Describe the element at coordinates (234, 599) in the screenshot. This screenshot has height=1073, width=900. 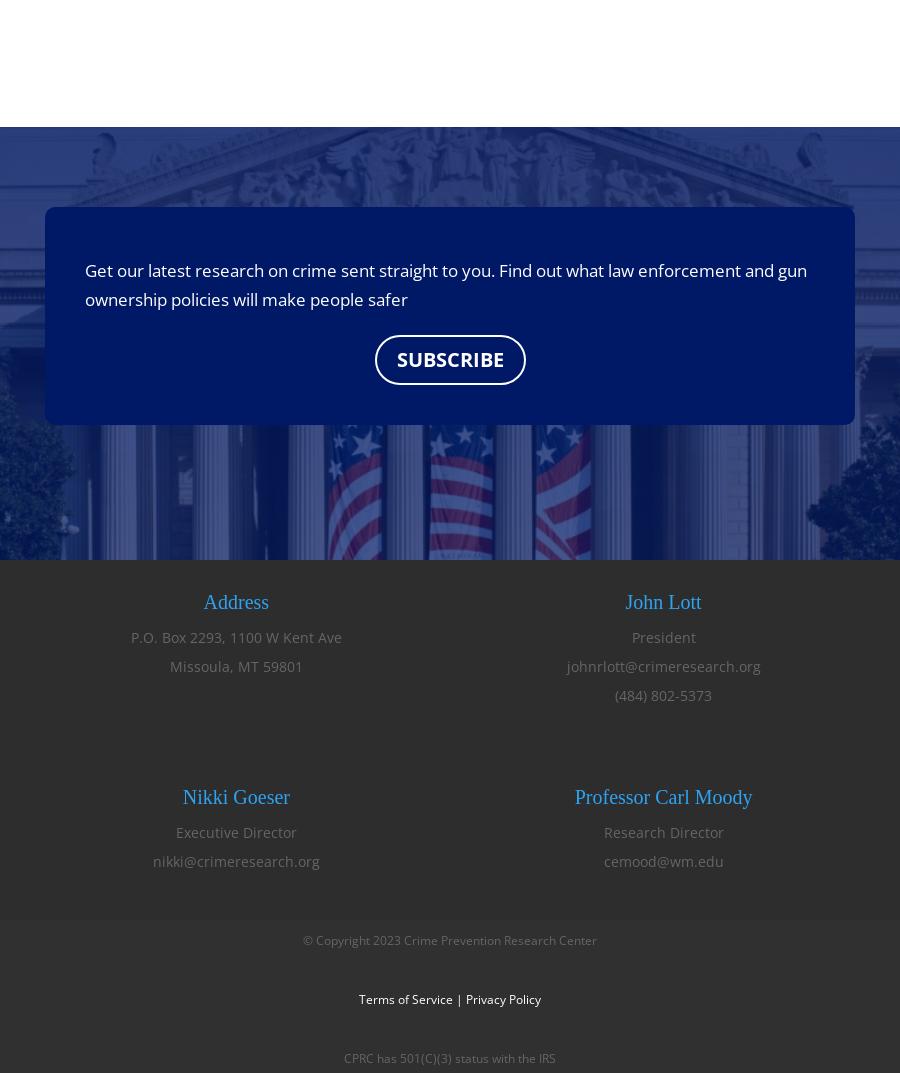
I see `'Address'` at that location.